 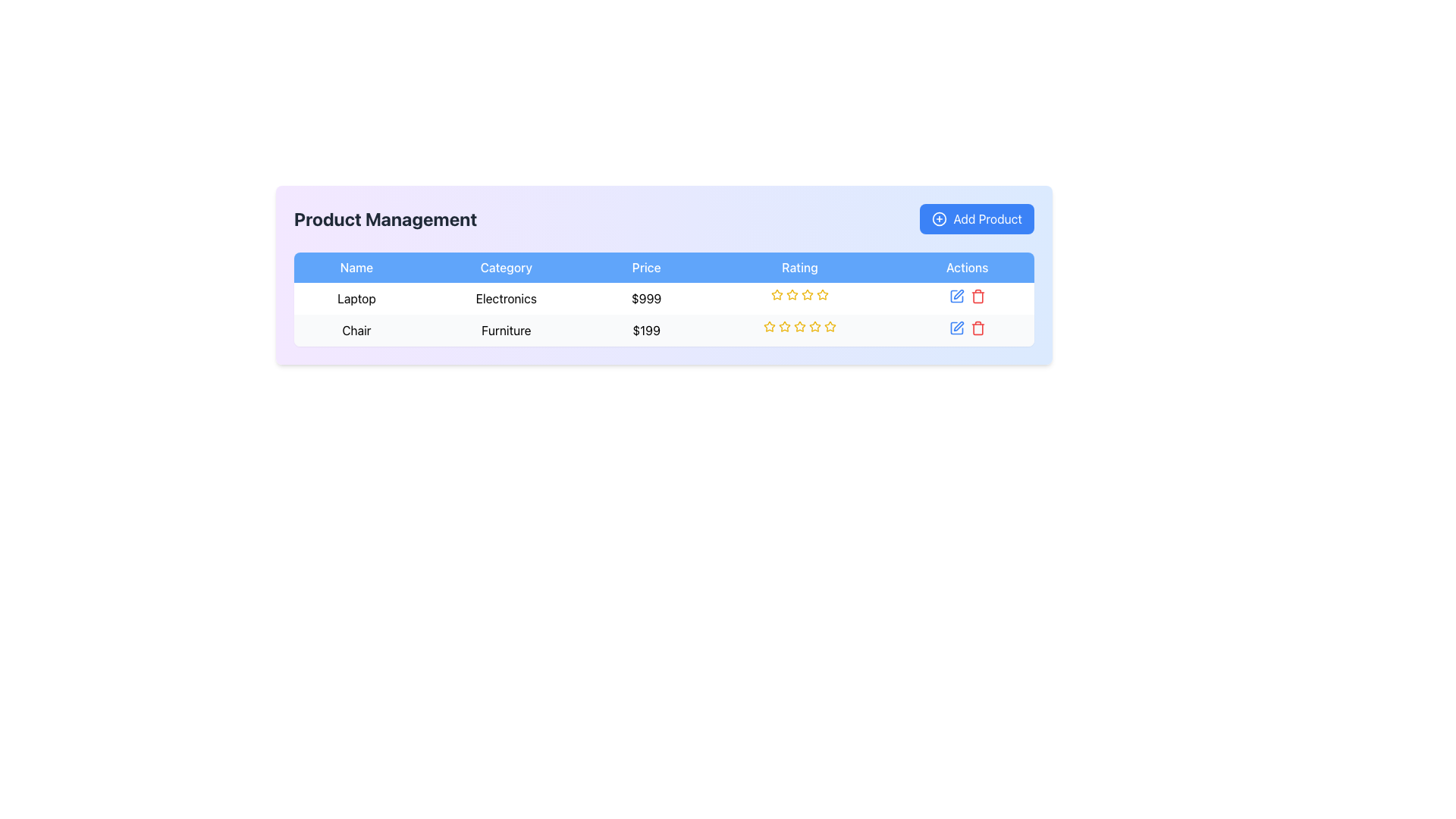 What do you see at coordinates (506, 298) in the screenshot?
I see `text label displaying 'Electronics' located in the second column of the first row in the table, positioned centrally between 'Laptop' and '$999'` at bounding box center [506, 298].